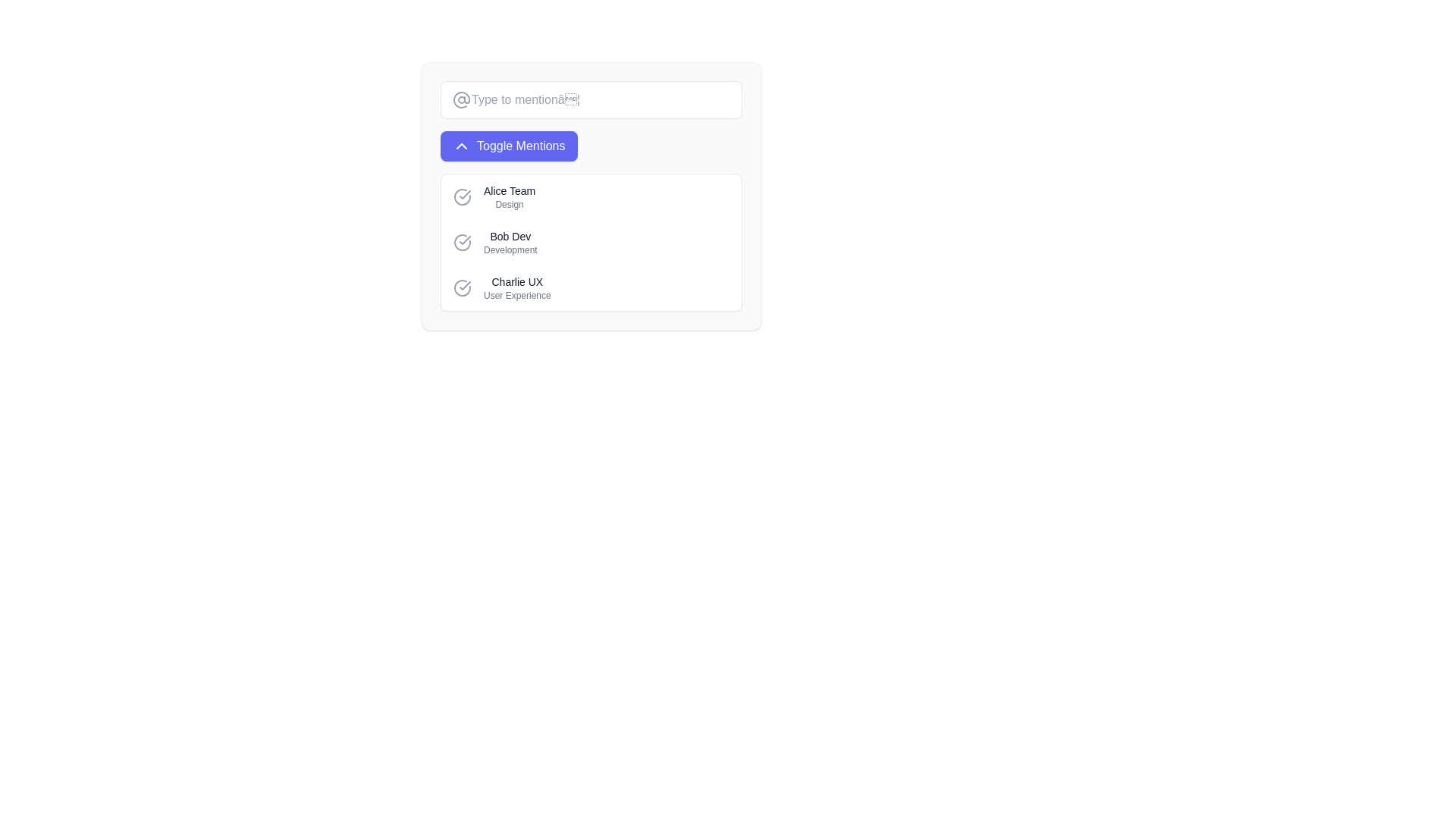 The width and height of the screenshot is (1456, 819). What do you see at coordinates (461, 196) in the screenshot?
I see `the circular checkmark icon, which is the leftmost item in the first row of a list` at bounding box center [461, 196].